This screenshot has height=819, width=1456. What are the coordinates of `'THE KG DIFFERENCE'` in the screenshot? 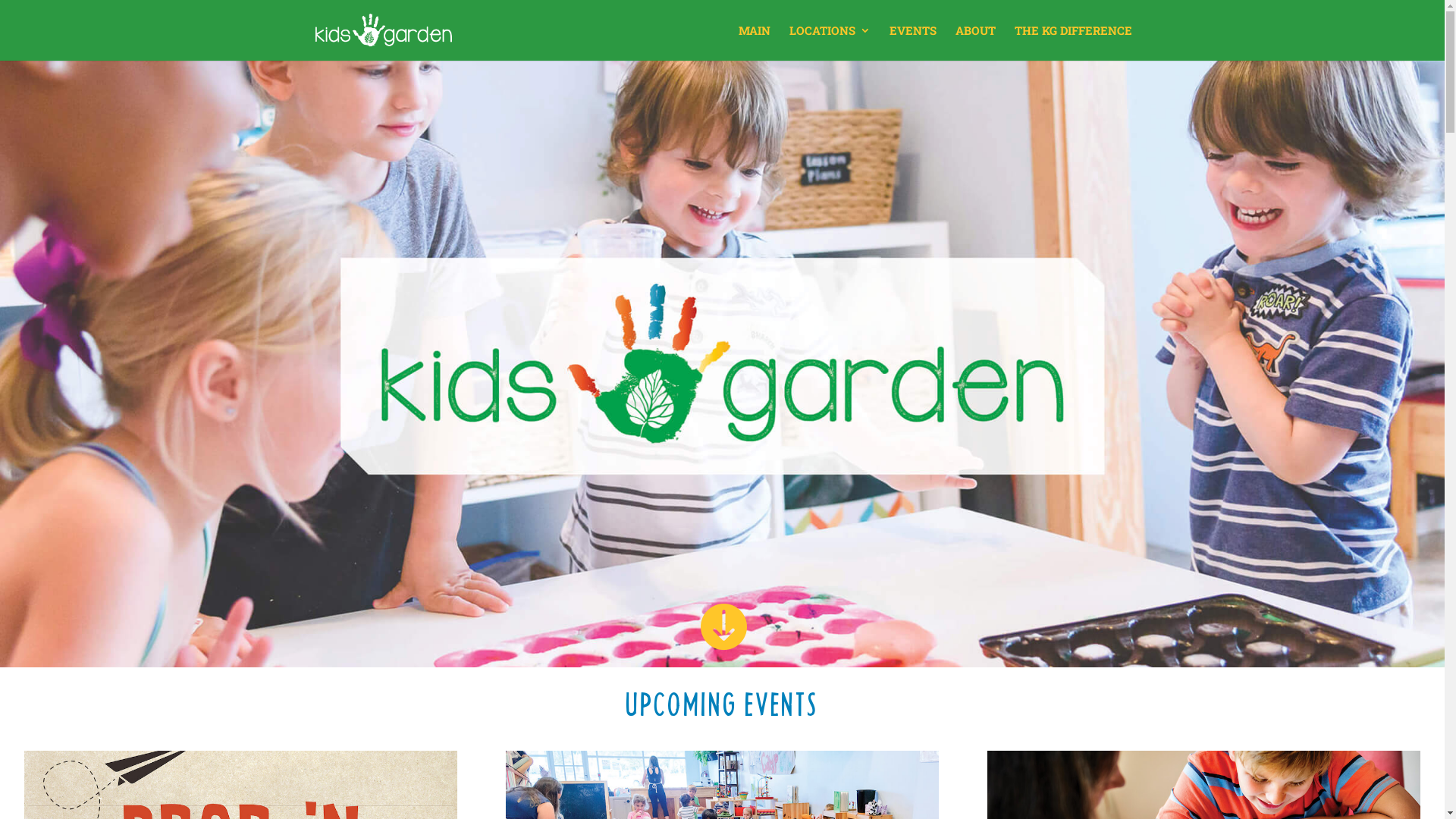 It's located at (1015, 42).